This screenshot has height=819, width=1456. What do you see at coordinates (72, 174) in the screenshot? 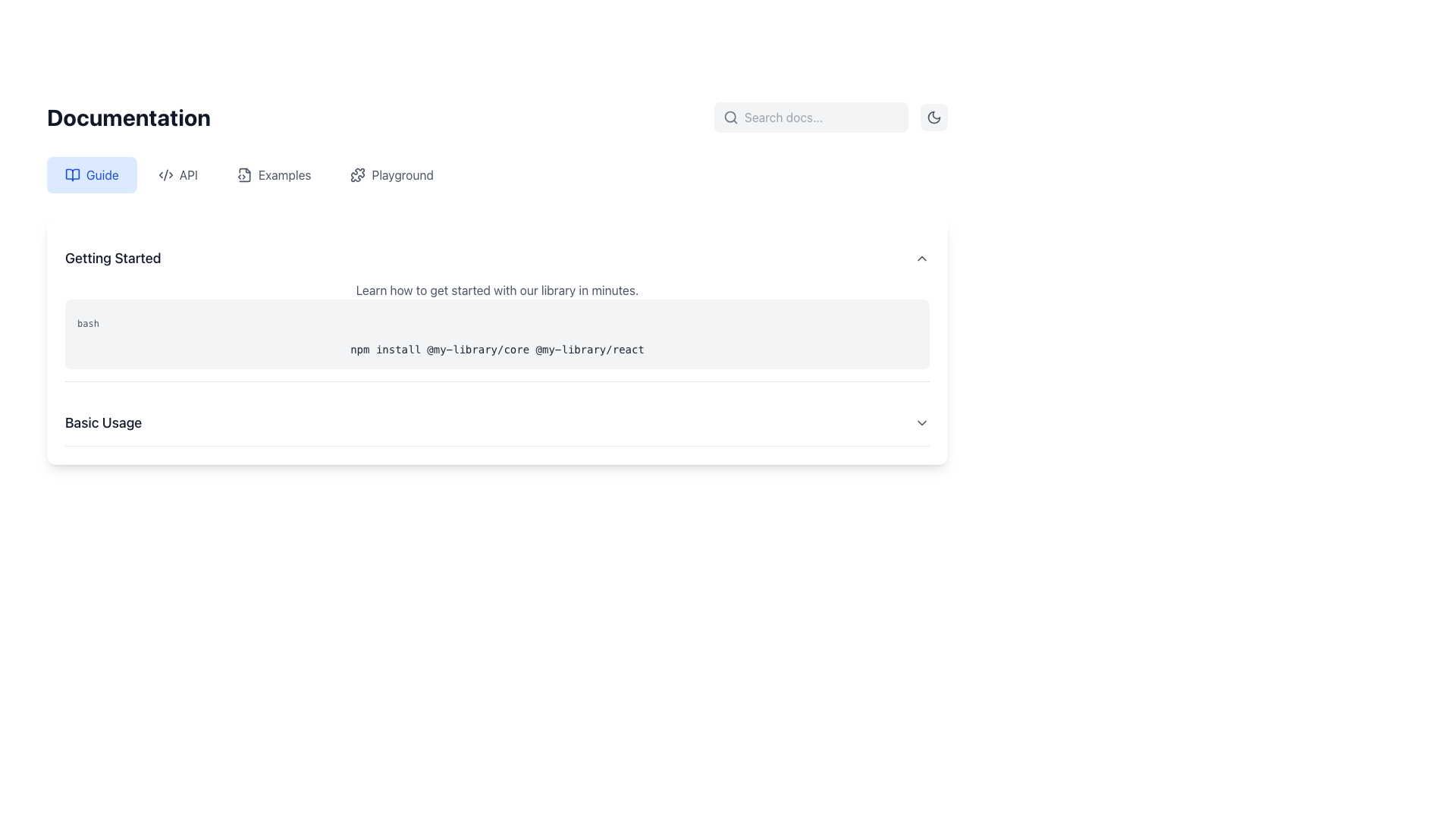
I see `the Decorative SVG icon component resembling an open book, located in the top-left corner of the interface` at bounding box center [72, 174].